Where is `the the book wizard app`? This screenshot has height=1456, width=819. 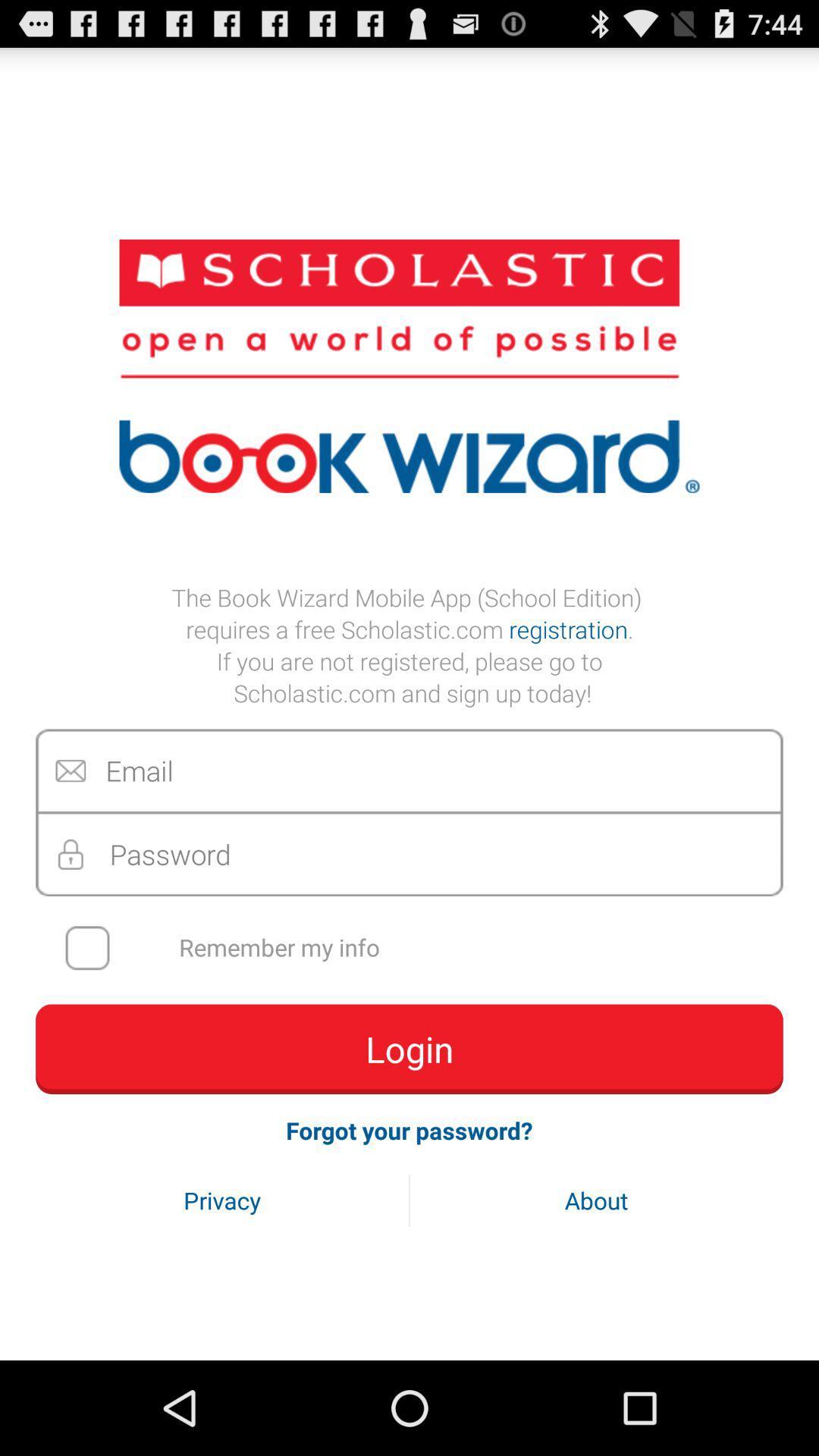 the the book wizard app is located at coordinates (409, 645).